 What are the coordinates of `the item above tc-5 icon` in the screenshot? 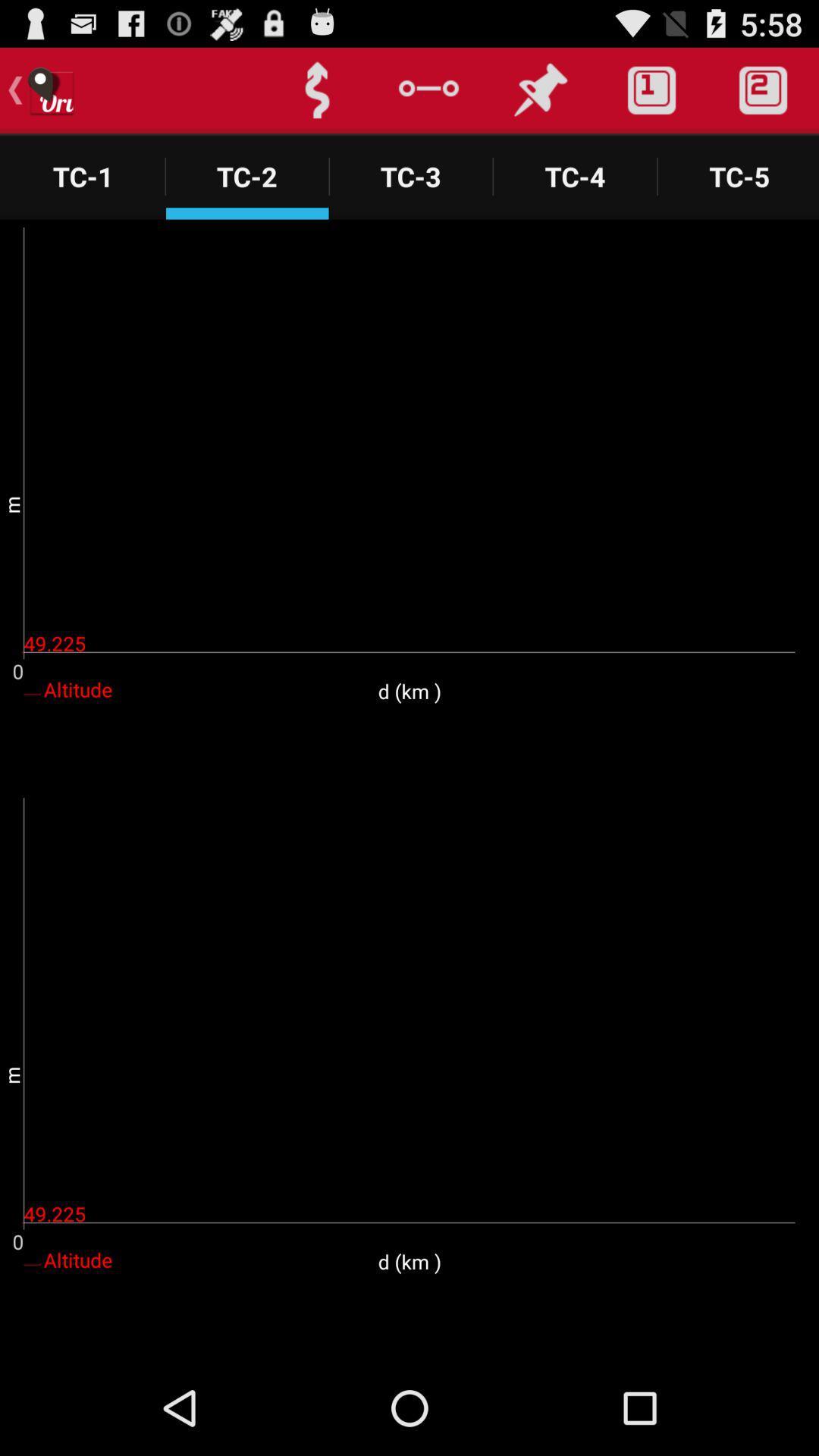 It's located at (763, 89).